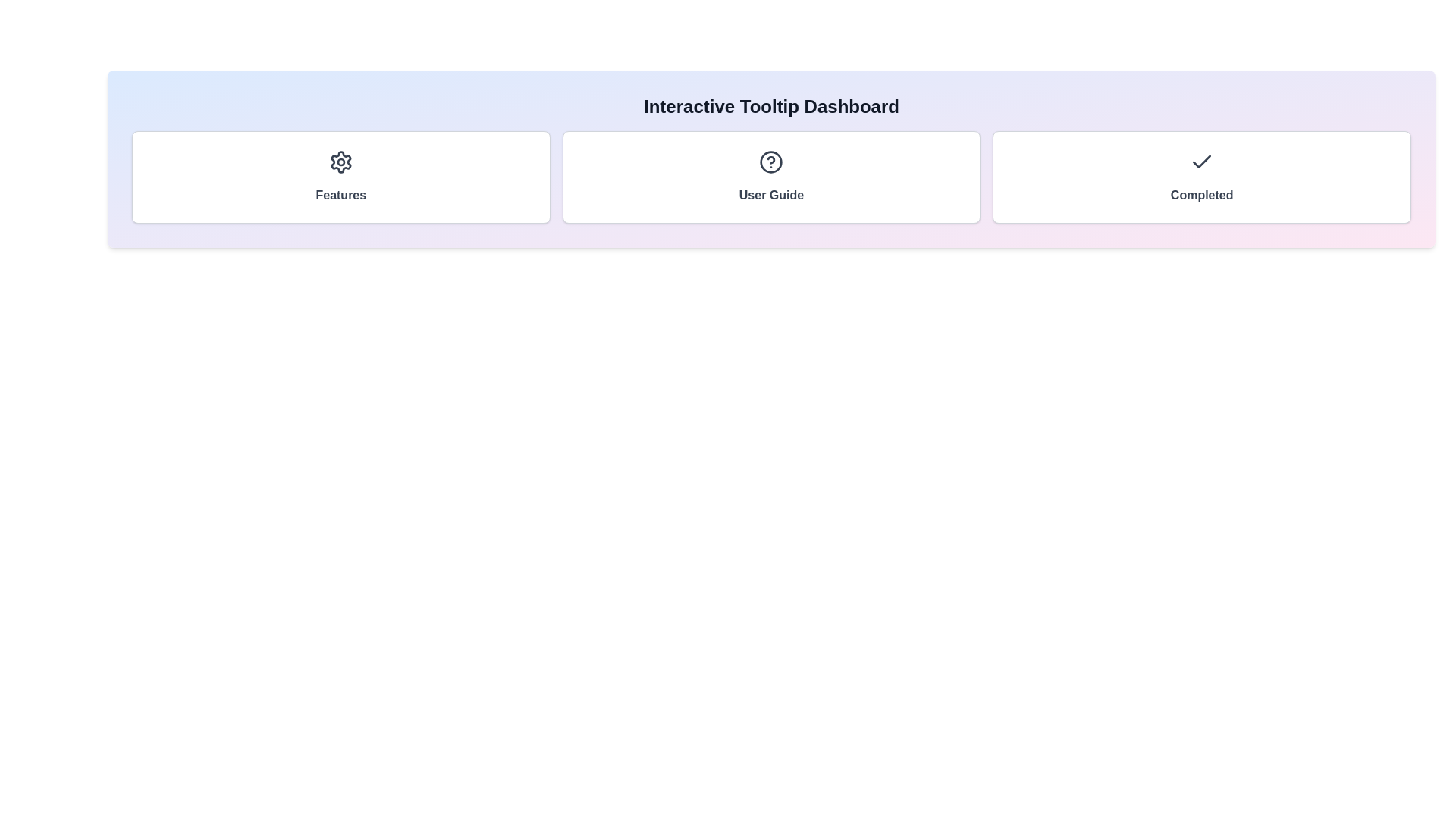 This screenshot has width=1456, height=819. Describe the element at coordinates (340, 162) in the screenshot. I see `the gear icon located at the leftmost position of the horizontal row of icons within the 'Features' card` at that location.